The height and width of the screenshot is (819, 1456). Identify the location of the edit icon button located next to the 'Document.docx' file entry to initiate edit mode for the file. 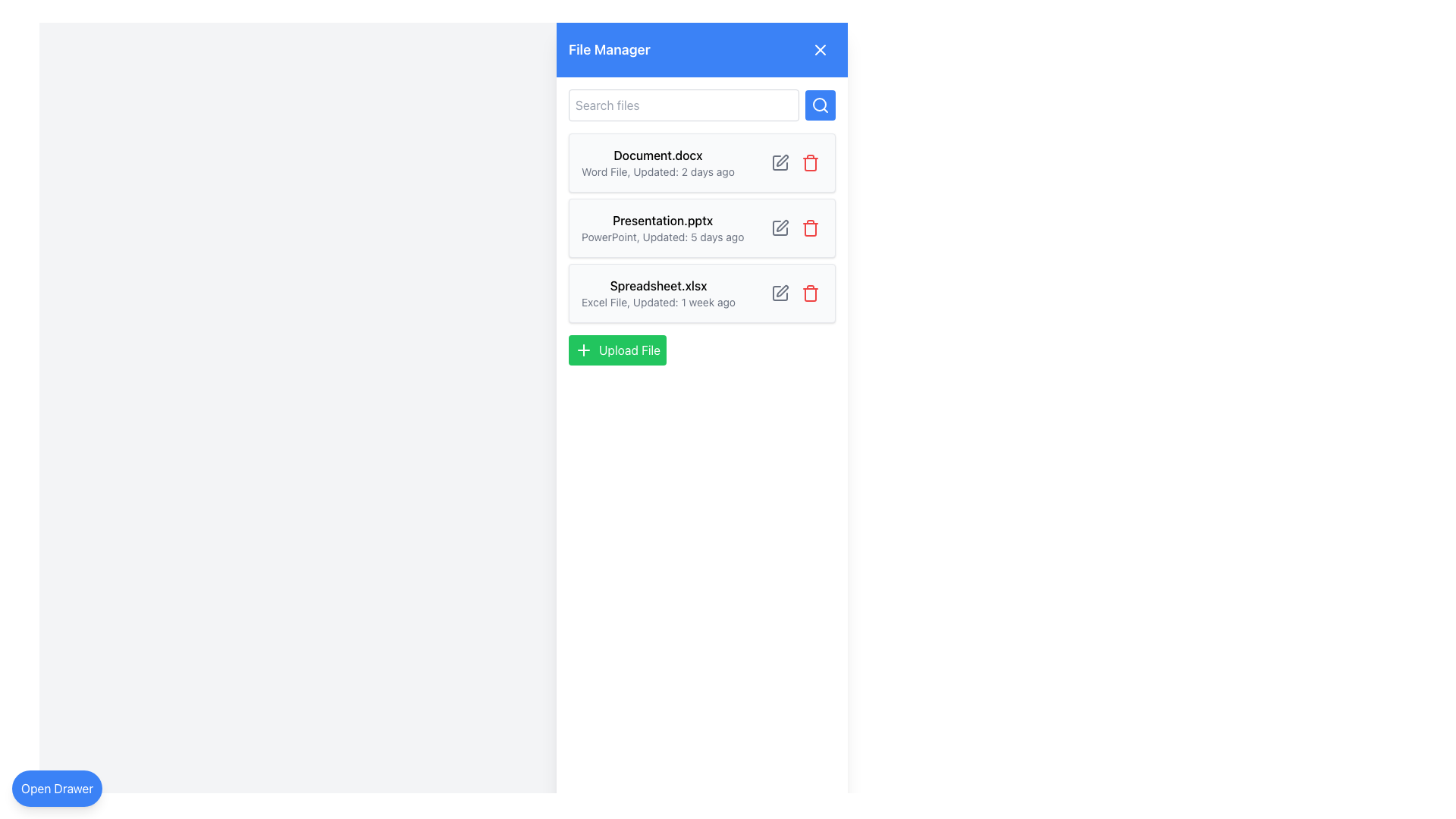
(780, 163).